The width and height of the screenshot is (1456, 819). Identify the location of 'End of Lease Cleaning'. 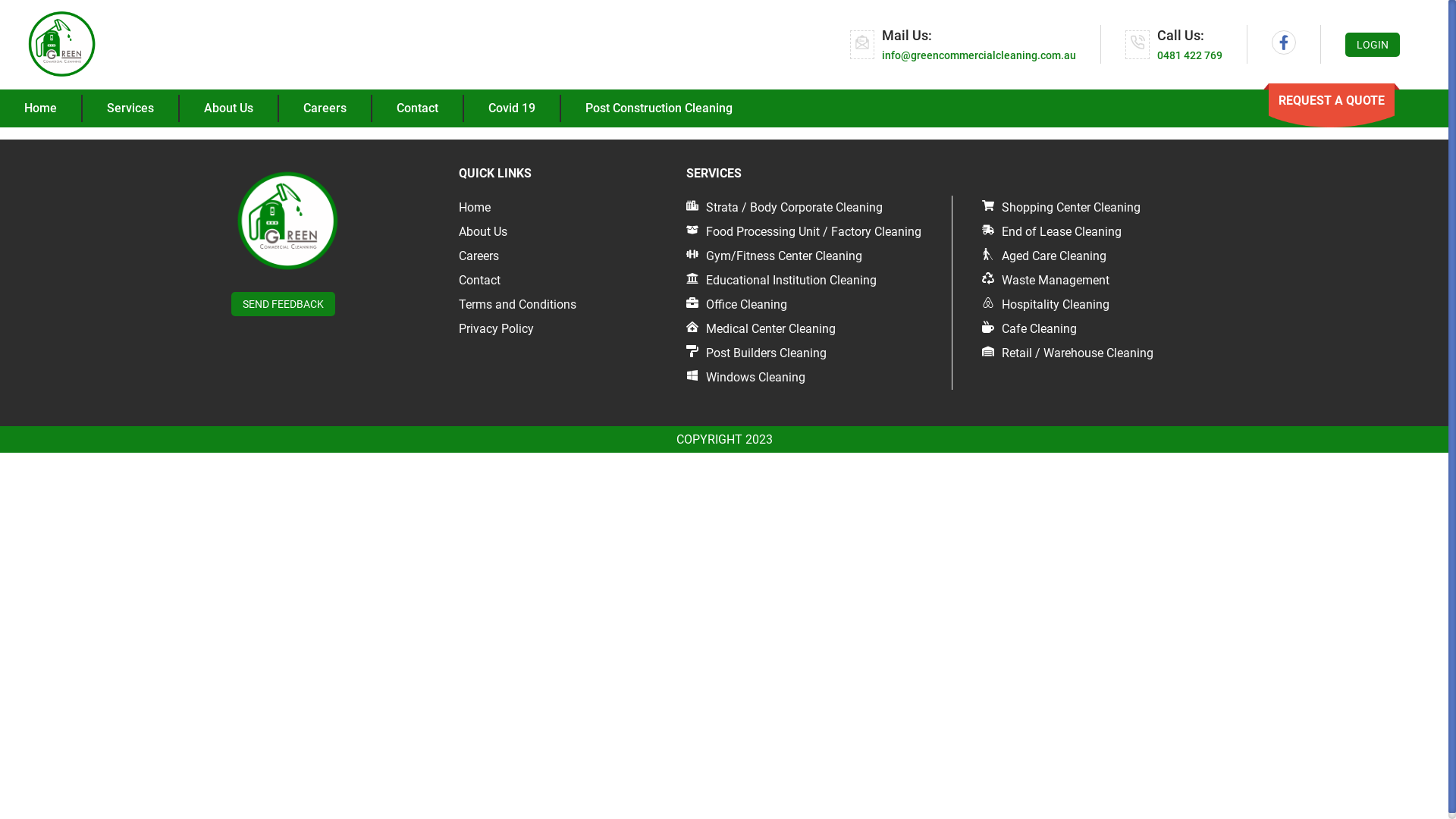
(1051, 231).